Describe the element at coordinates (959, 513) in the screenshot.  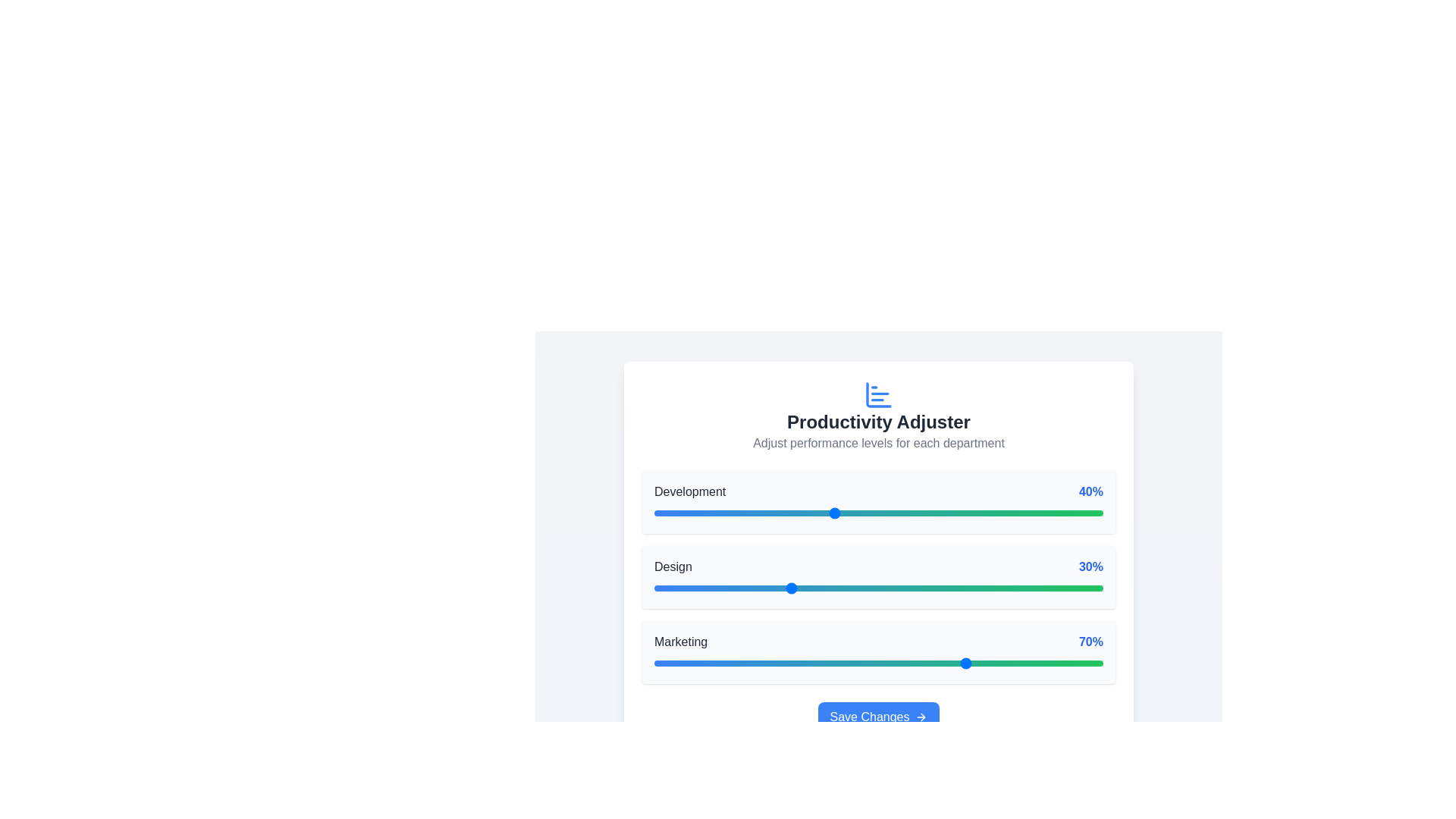
I see `the slider value` at that location.